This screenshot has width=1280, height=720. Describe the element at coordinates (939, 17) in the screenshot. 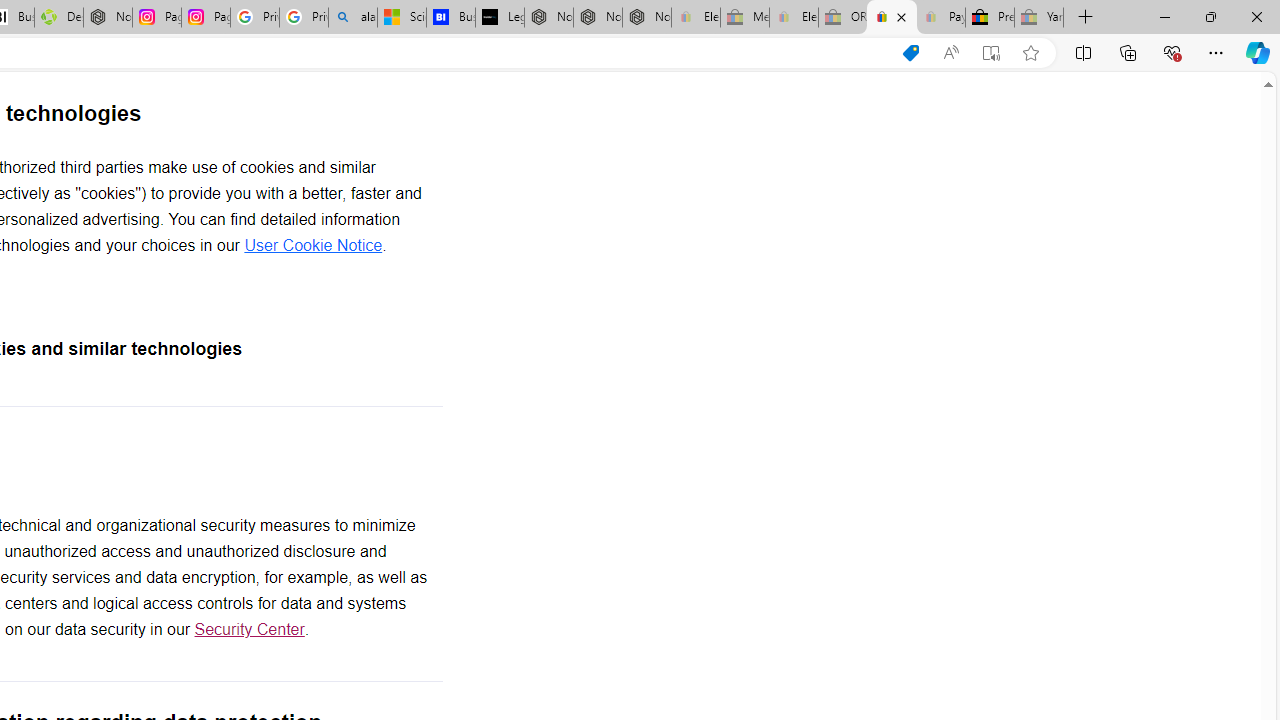

I see `'Payments Terms of Use | eBay.com - Sleeping'` at that location.